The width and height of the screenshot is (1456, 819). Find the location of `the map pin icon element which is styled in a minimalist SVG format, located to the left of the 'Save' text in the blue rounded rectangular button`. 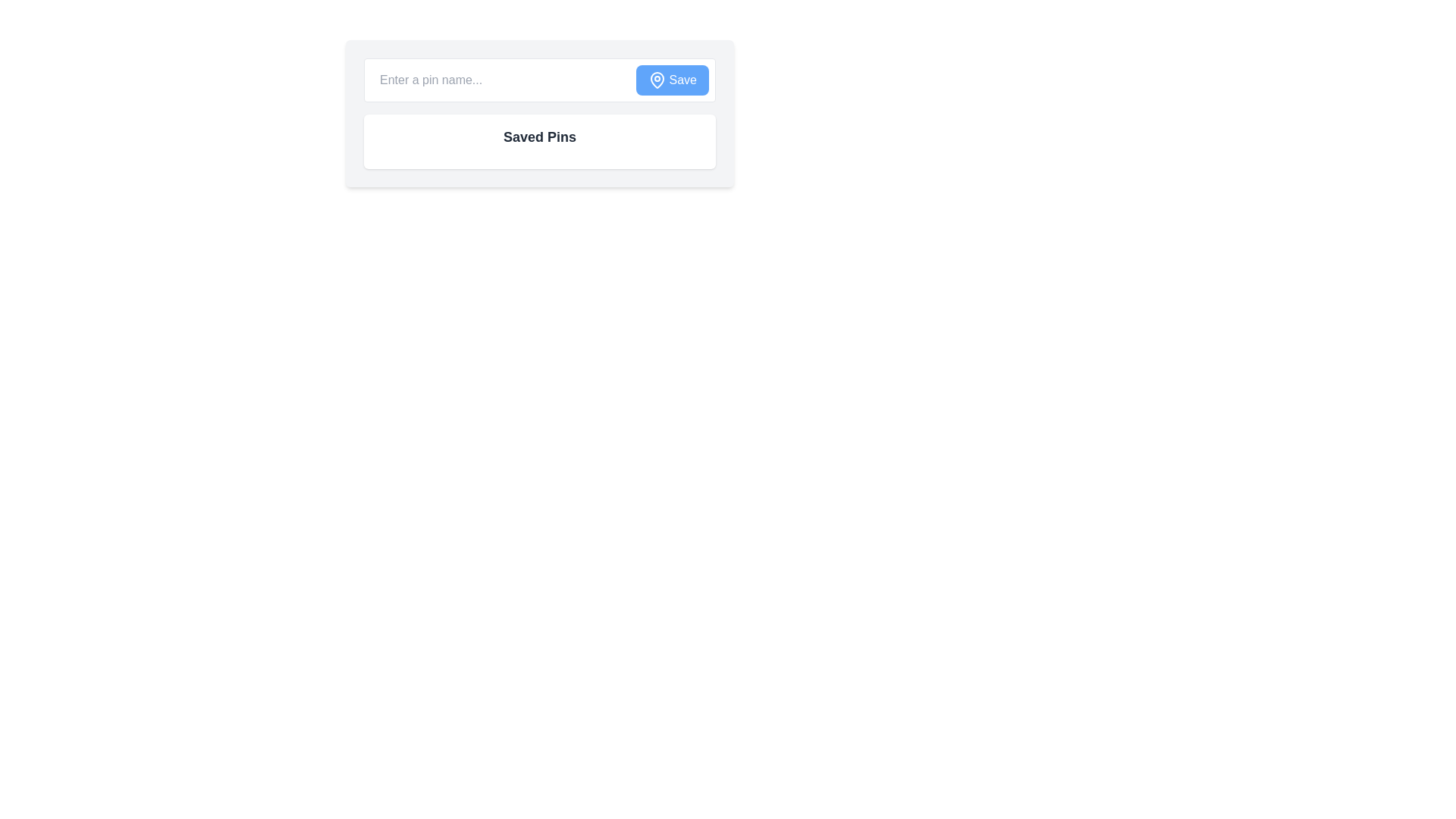

the map pin icon element which is styled in a minimalist SVG format, located to the left of the 'Save' text in the blue rounded rectangular button is located at coordinates (657, 80).